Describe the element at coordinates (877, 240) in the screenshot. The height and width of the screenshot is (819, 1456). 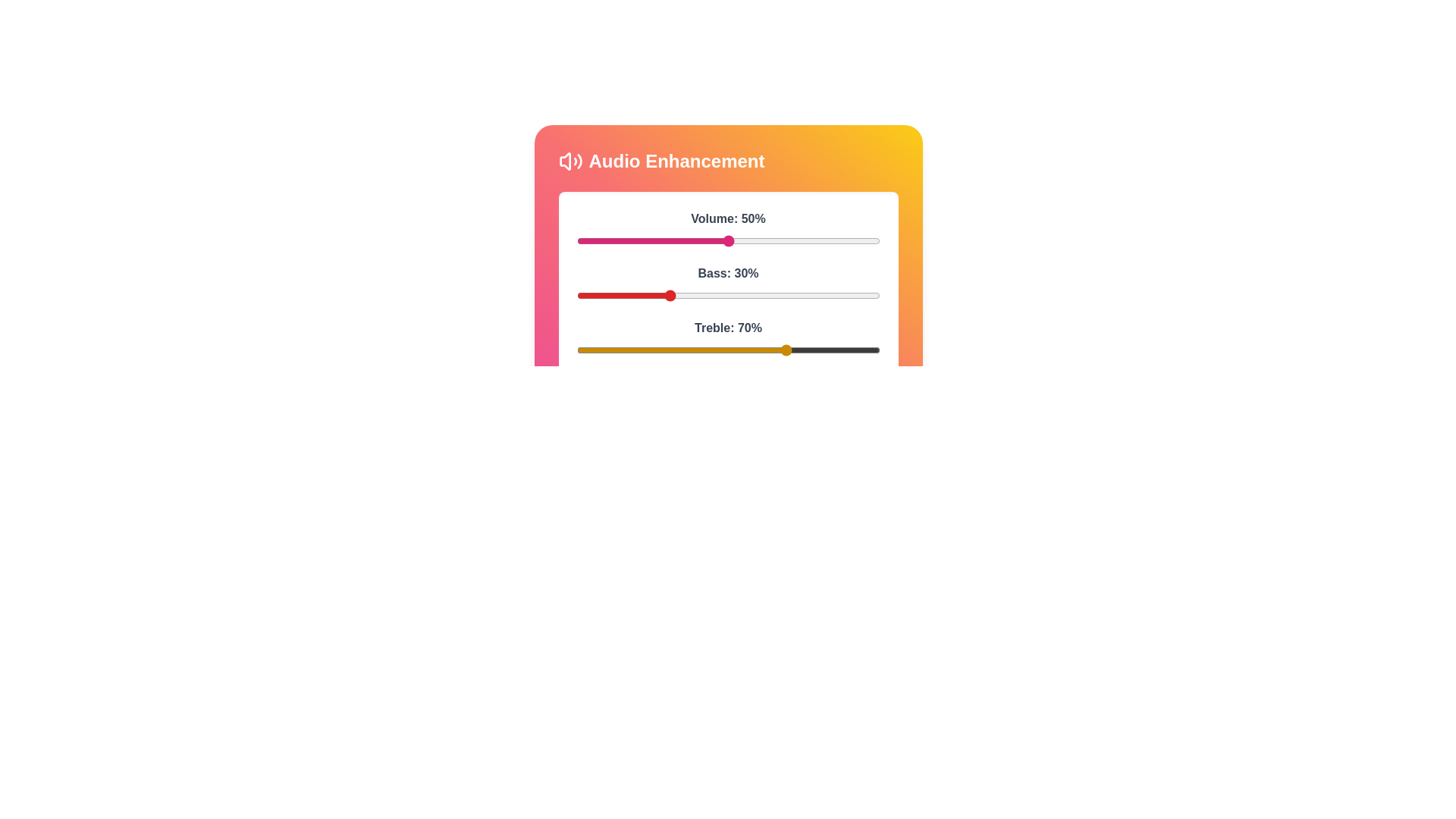
I see `the volume` at that location.